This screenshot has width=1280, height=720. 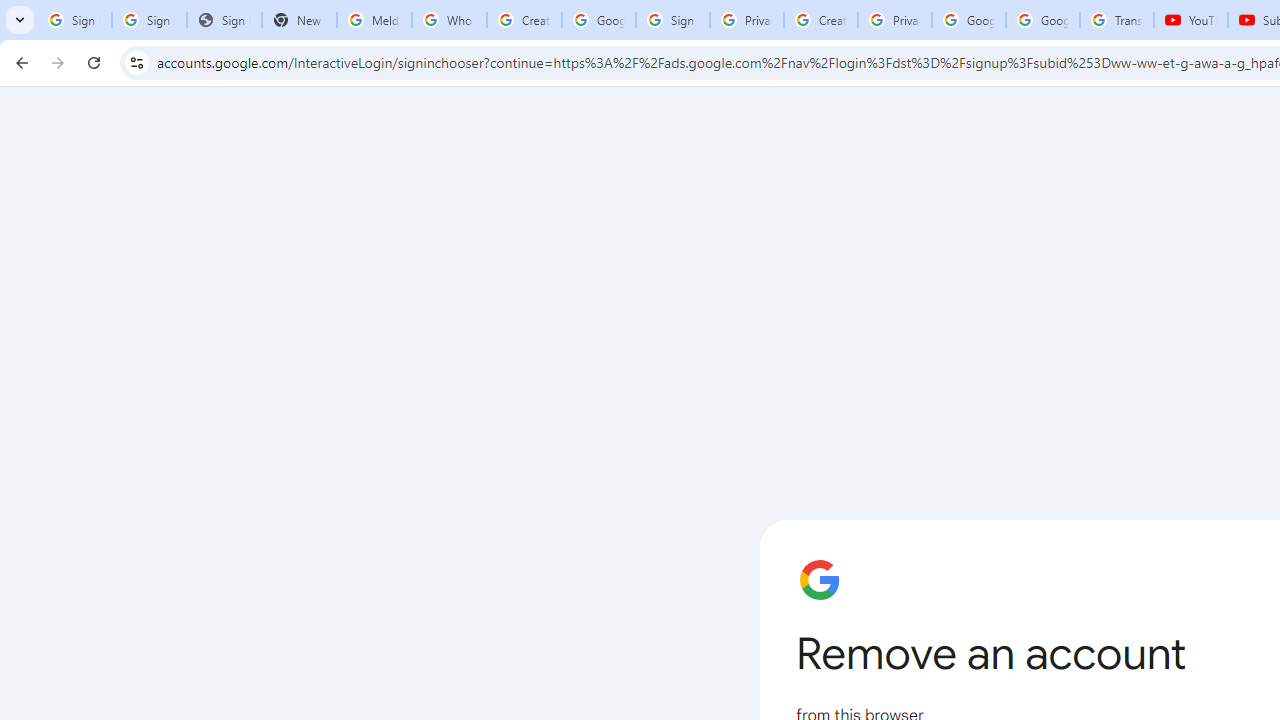 What do you see at coordinates (1191, 20) in the screenshot?
I see `'YouTube'` at bounding box center [1191, 20].